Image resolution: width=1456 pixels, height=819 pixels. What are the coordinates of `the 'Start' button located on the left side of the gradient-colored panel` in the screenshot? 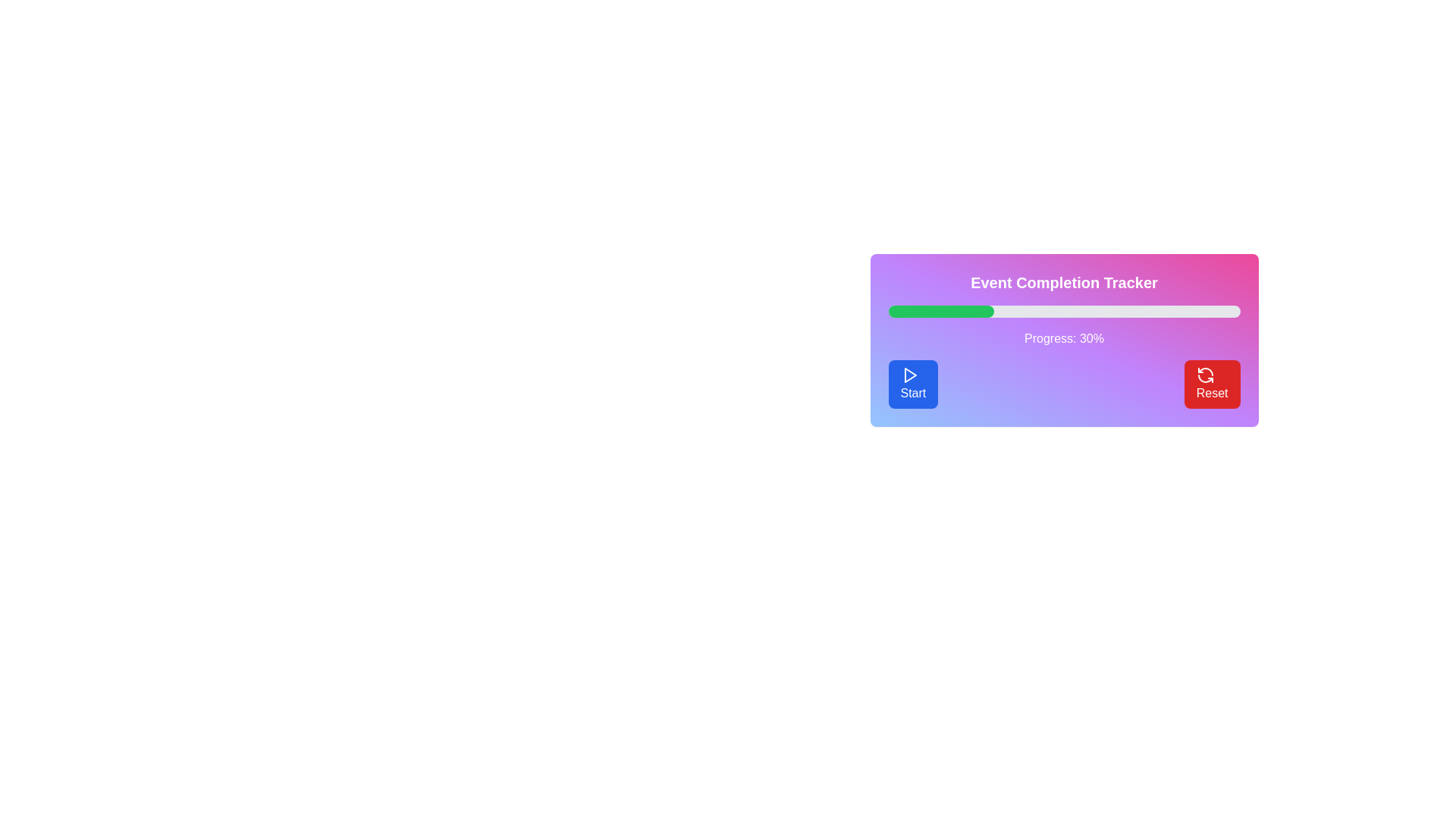 It's located at (912, 383).